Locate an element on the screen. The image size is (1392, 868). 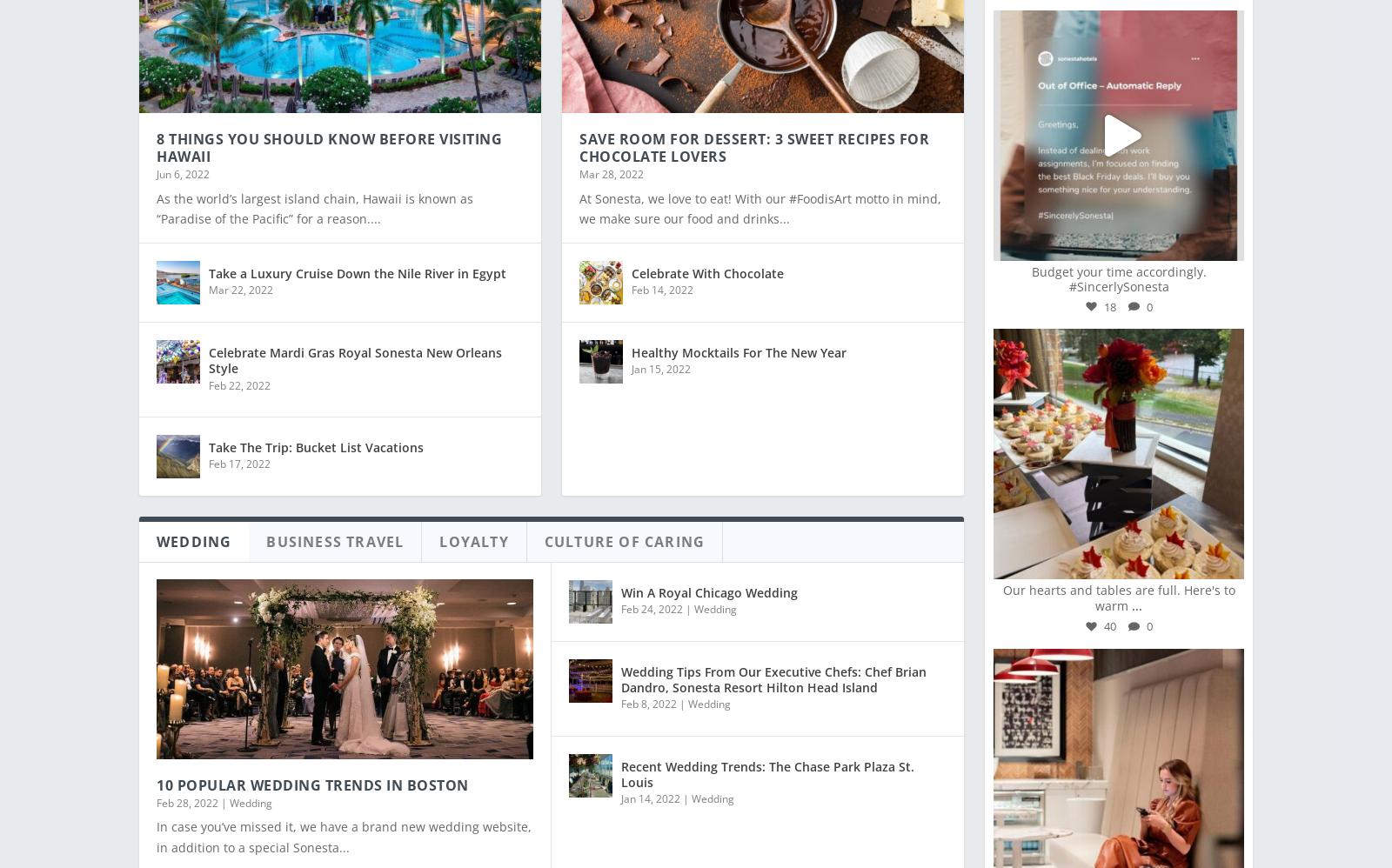
'Whiskey, Music, And Storytelling: A Sonesta #SXSW ...' is located at coordinates (415, 227).